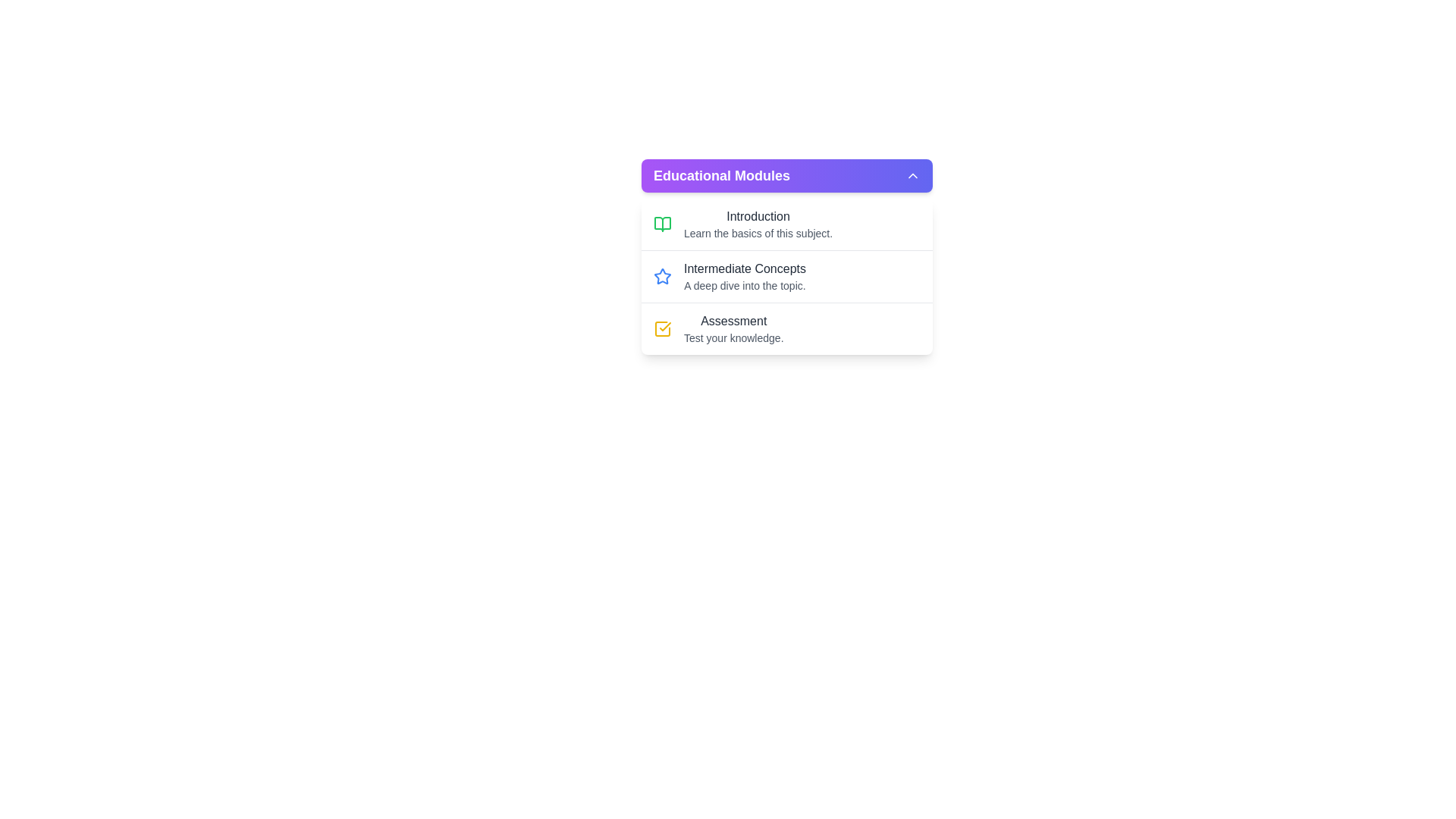 The width and height of the screenshot is (1456, 819). What do you see at coordinates (786, 328) in the screenshot?
I see `the third card labeled 'Assessment' within the 'Educational Modules' dropdown menu` at bounding box center [786, 328].